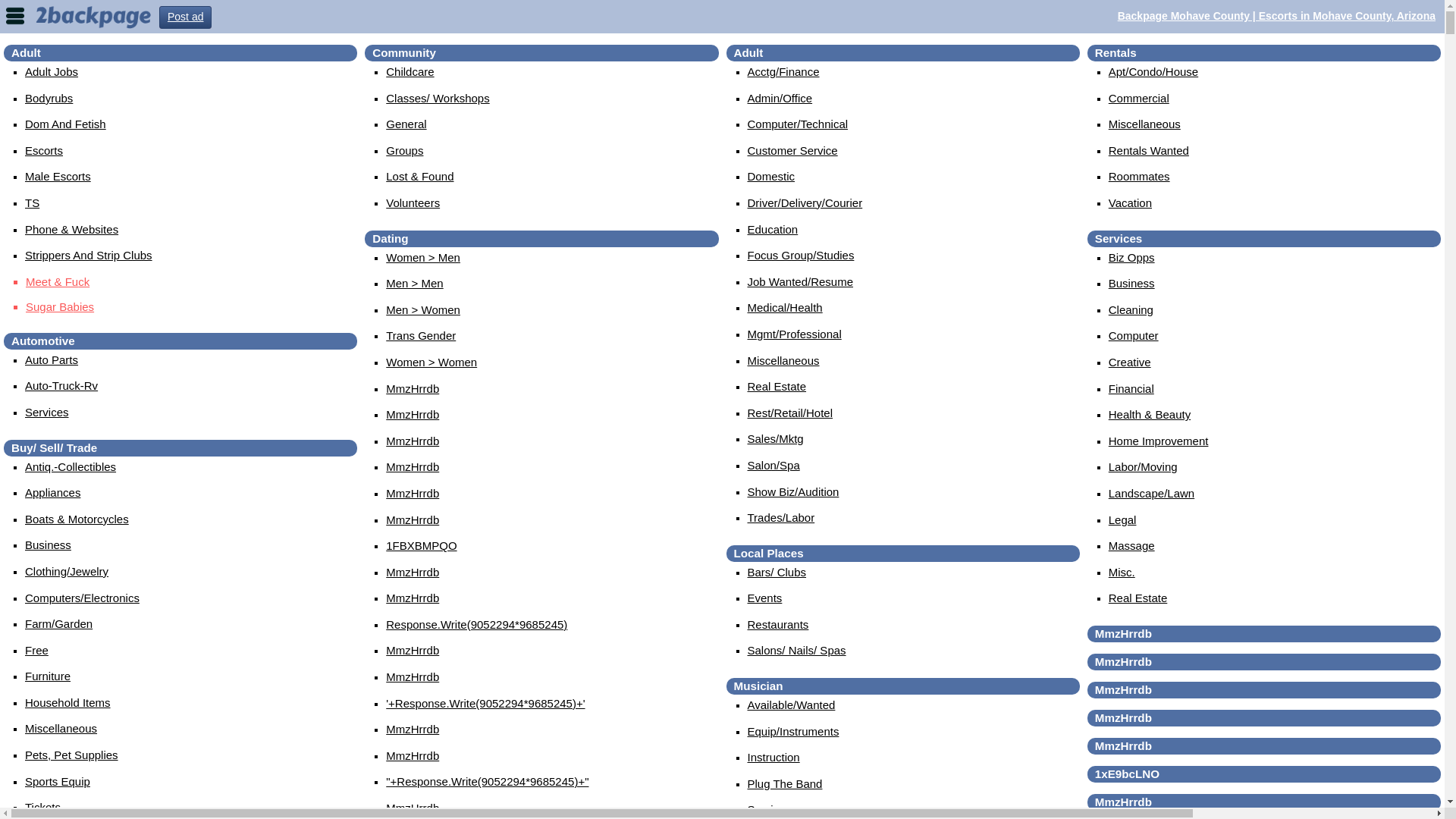 The height and width of the screenshot is (819, 1456). I want to click on 'Customer Service', so click(792, 150).